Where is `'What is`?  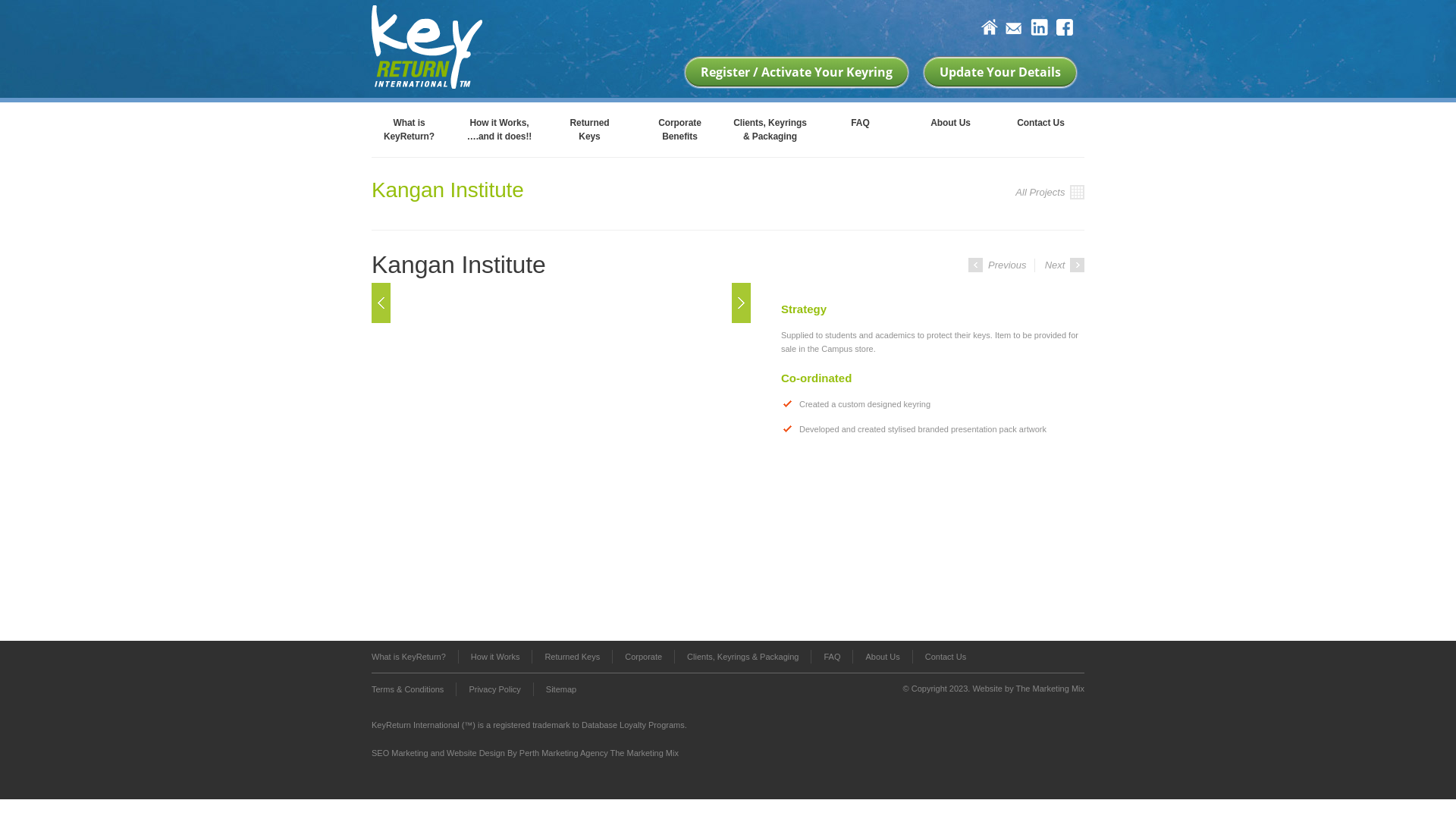 'What is is located at coordinates (409, 127).